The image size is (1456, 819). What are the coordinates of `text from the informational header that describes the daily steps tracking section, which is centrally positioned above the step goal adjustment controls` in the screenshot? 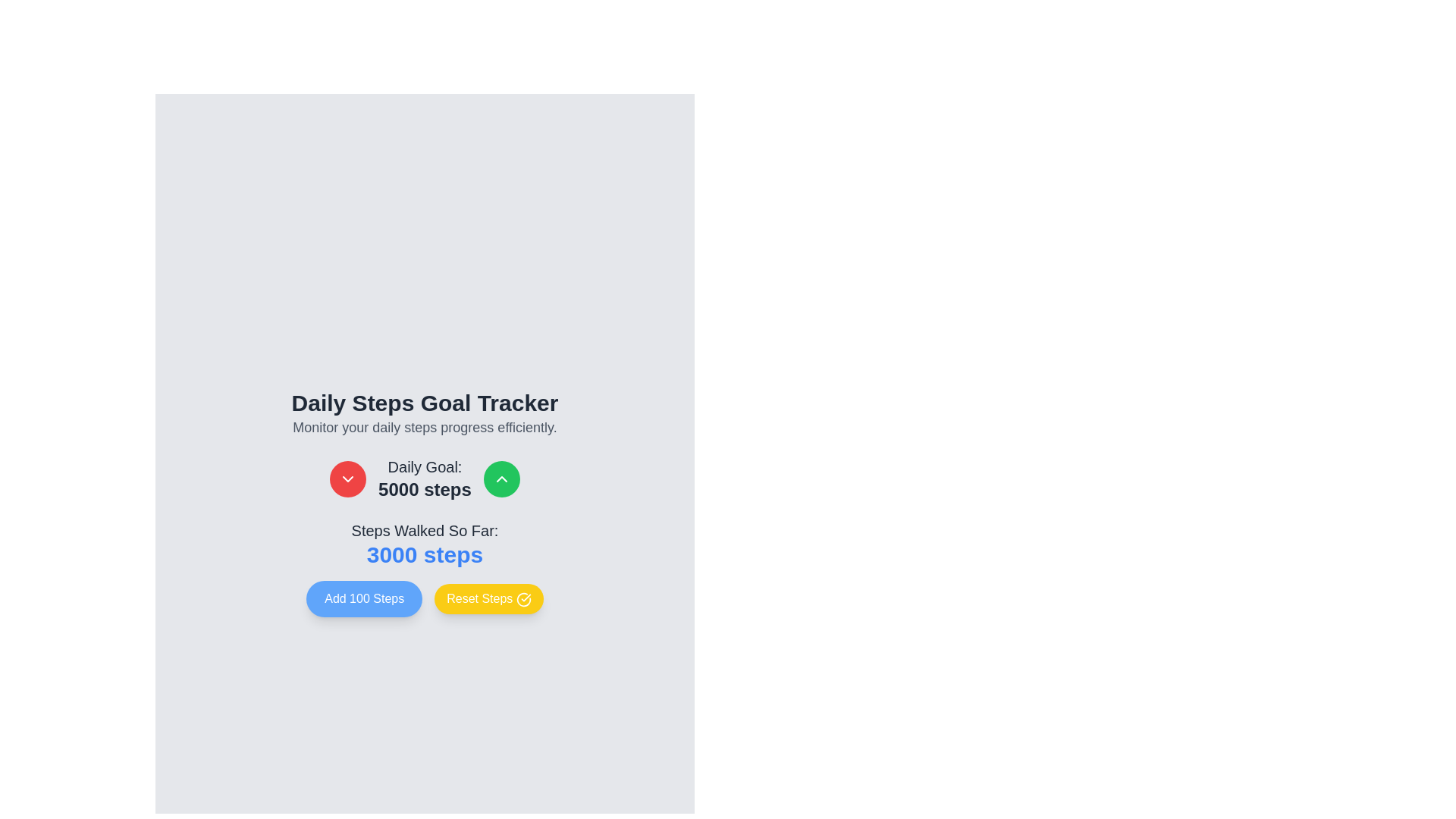 It's located at (425, 414).